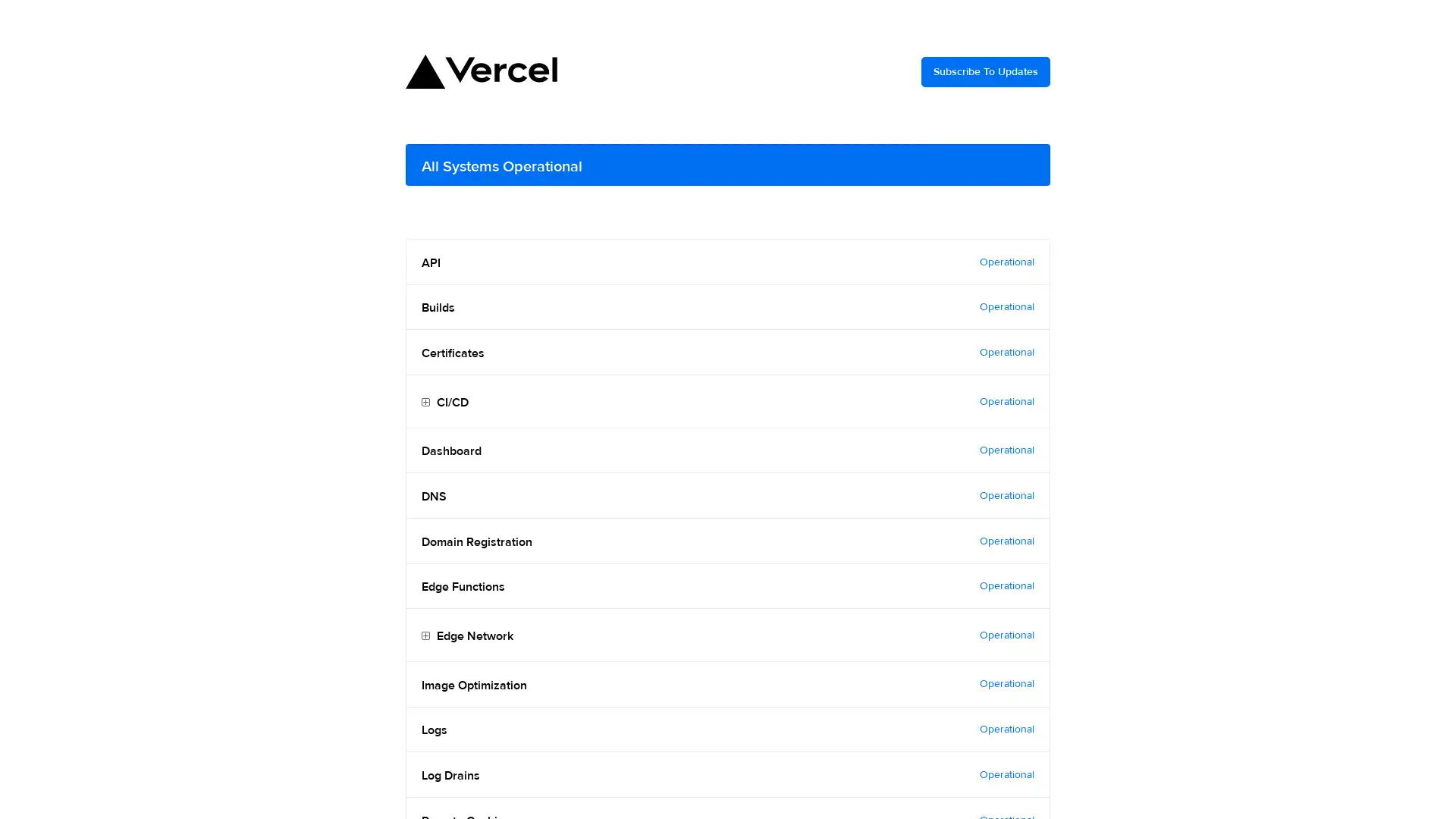  I want to click on Toggle Edge Network, so click(425, 636).